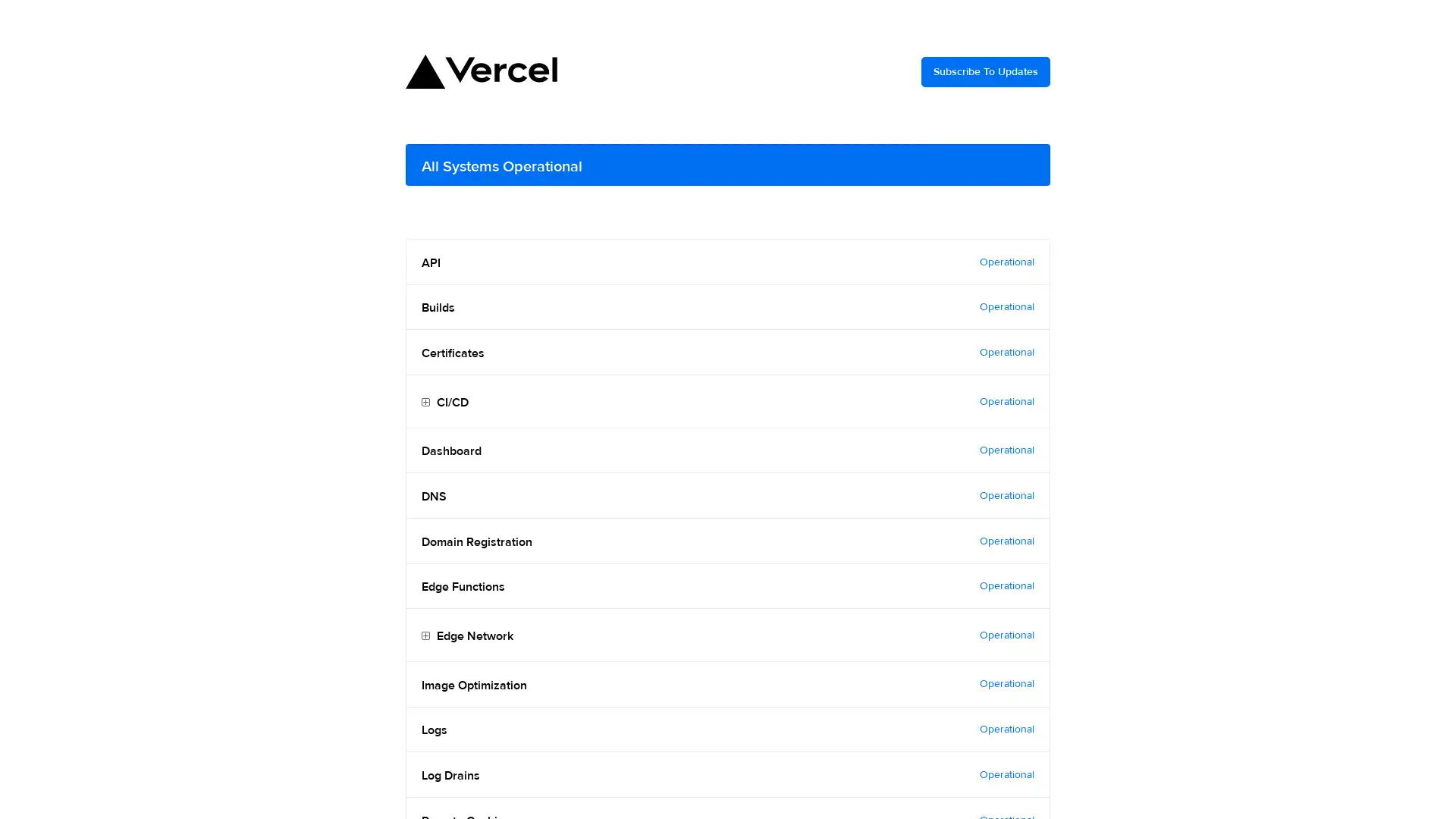  I want to click on Toggle Edge Network, so click(425, 636).